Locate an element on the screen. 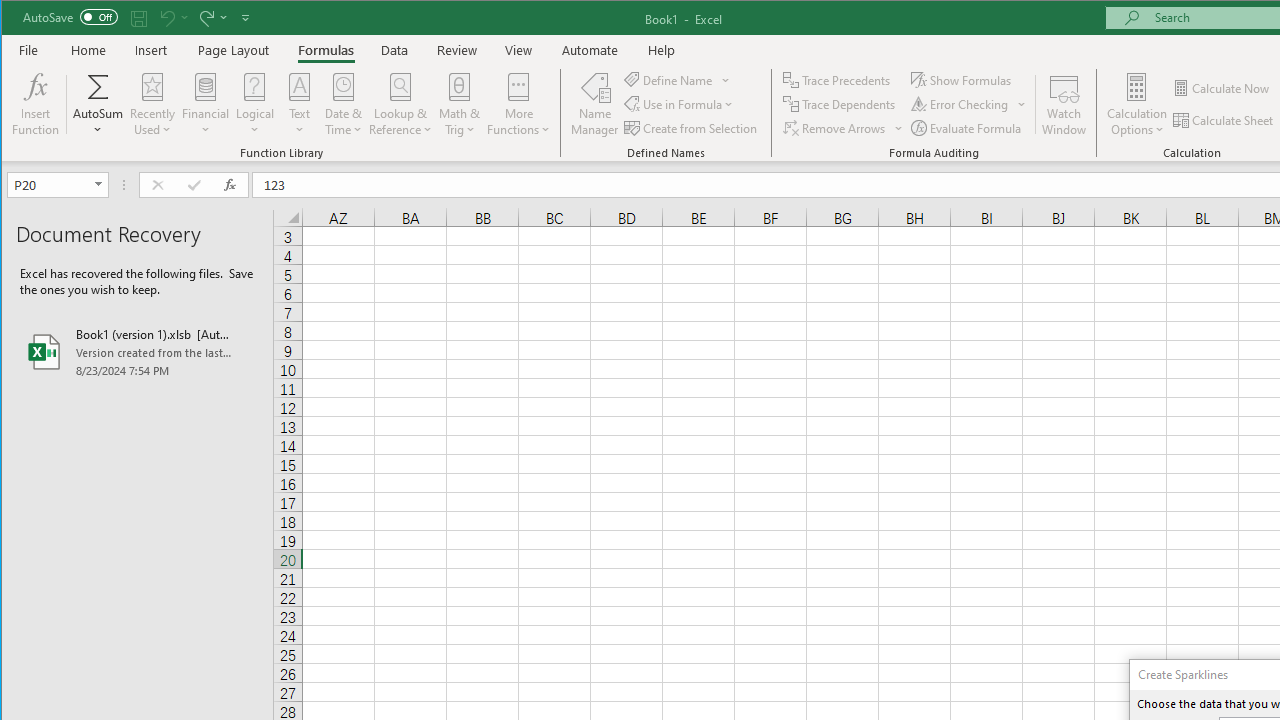  'Save' is located at coordinates (138, 17).